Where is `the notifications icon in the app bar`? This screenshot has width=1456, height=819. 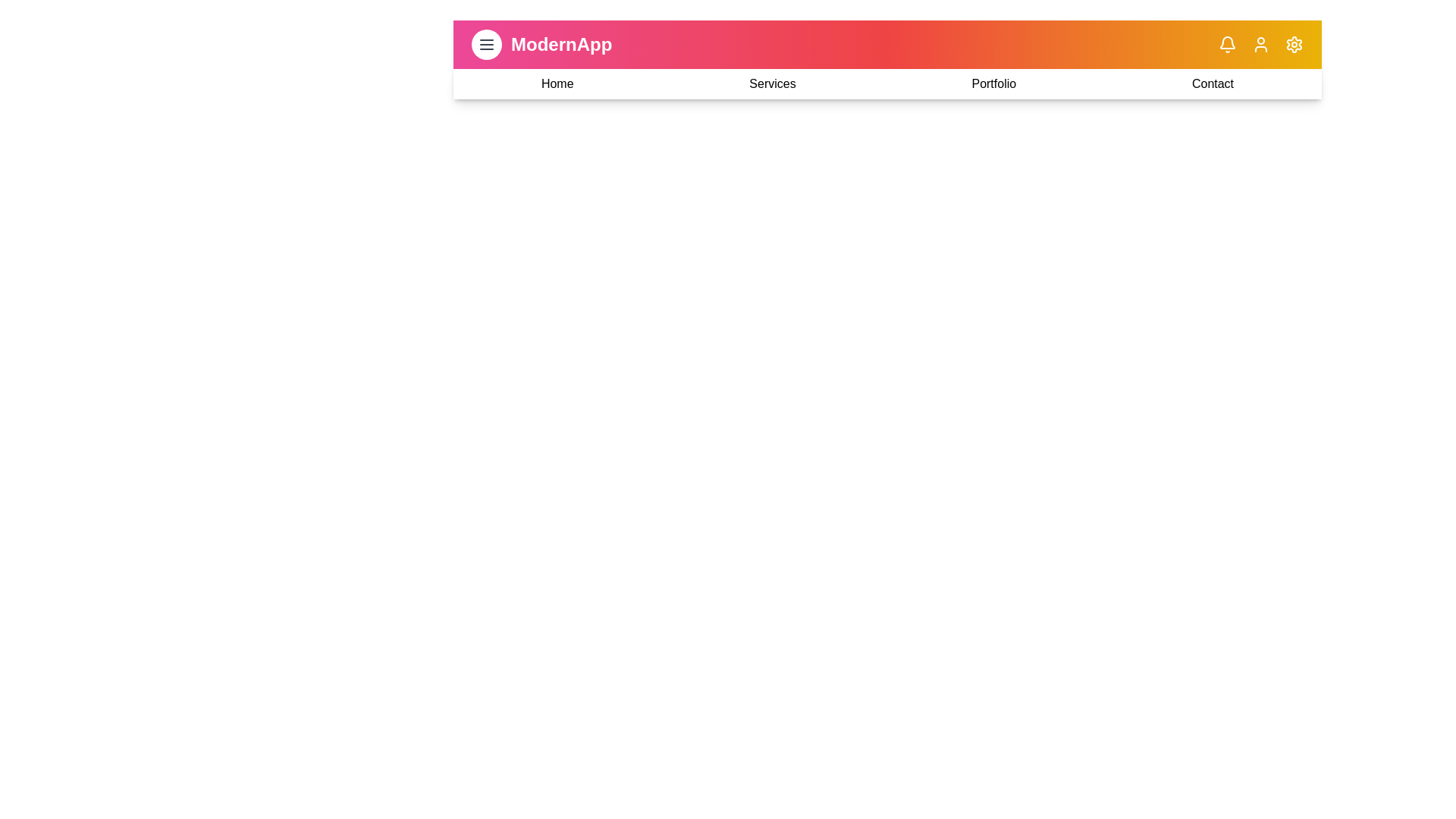 the notifications icon in the app bar is located at coordinates (1227, 43).